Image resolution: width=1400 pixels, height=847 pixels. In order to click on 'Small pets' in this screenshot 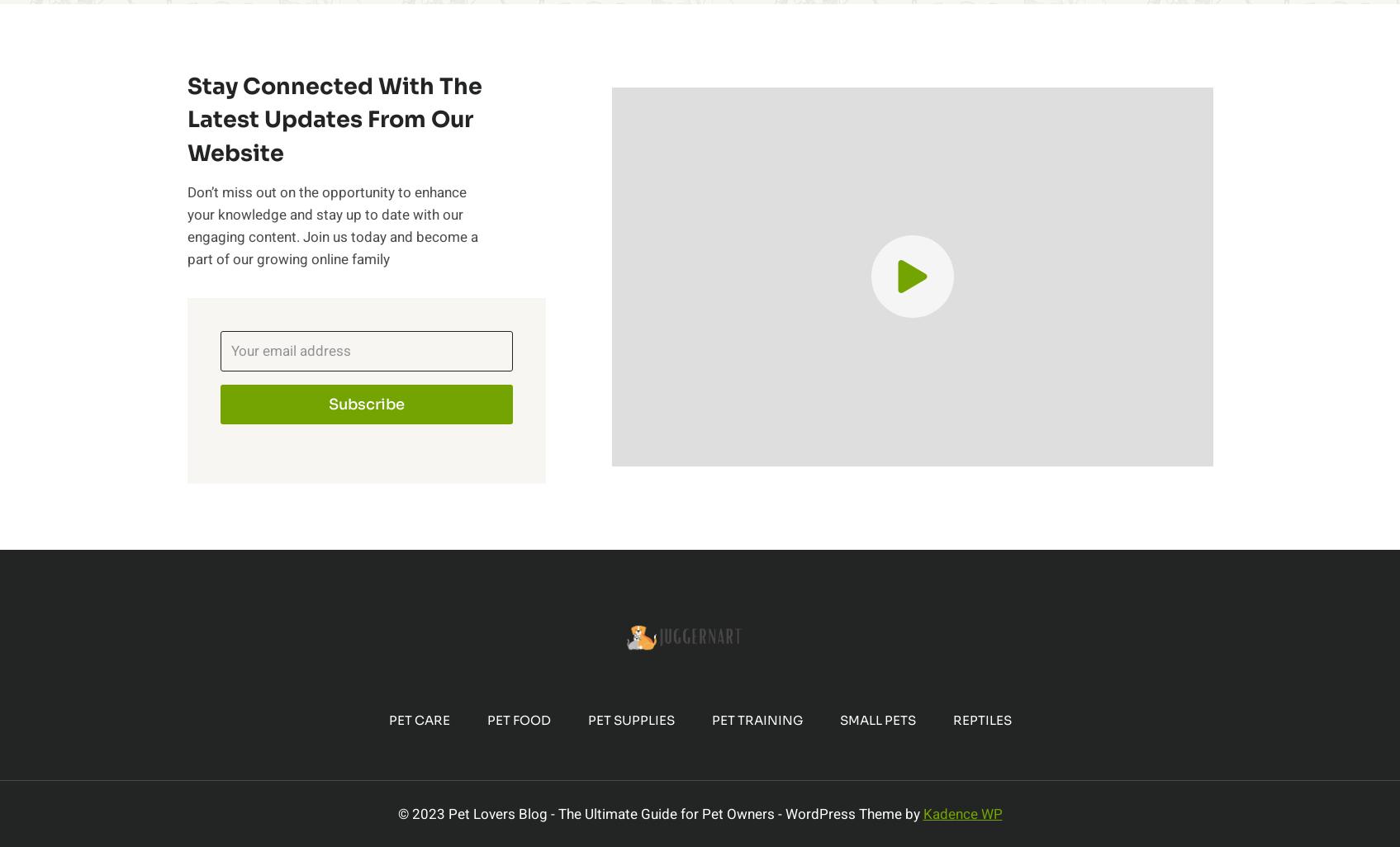, I will do `click(876, 720)`.